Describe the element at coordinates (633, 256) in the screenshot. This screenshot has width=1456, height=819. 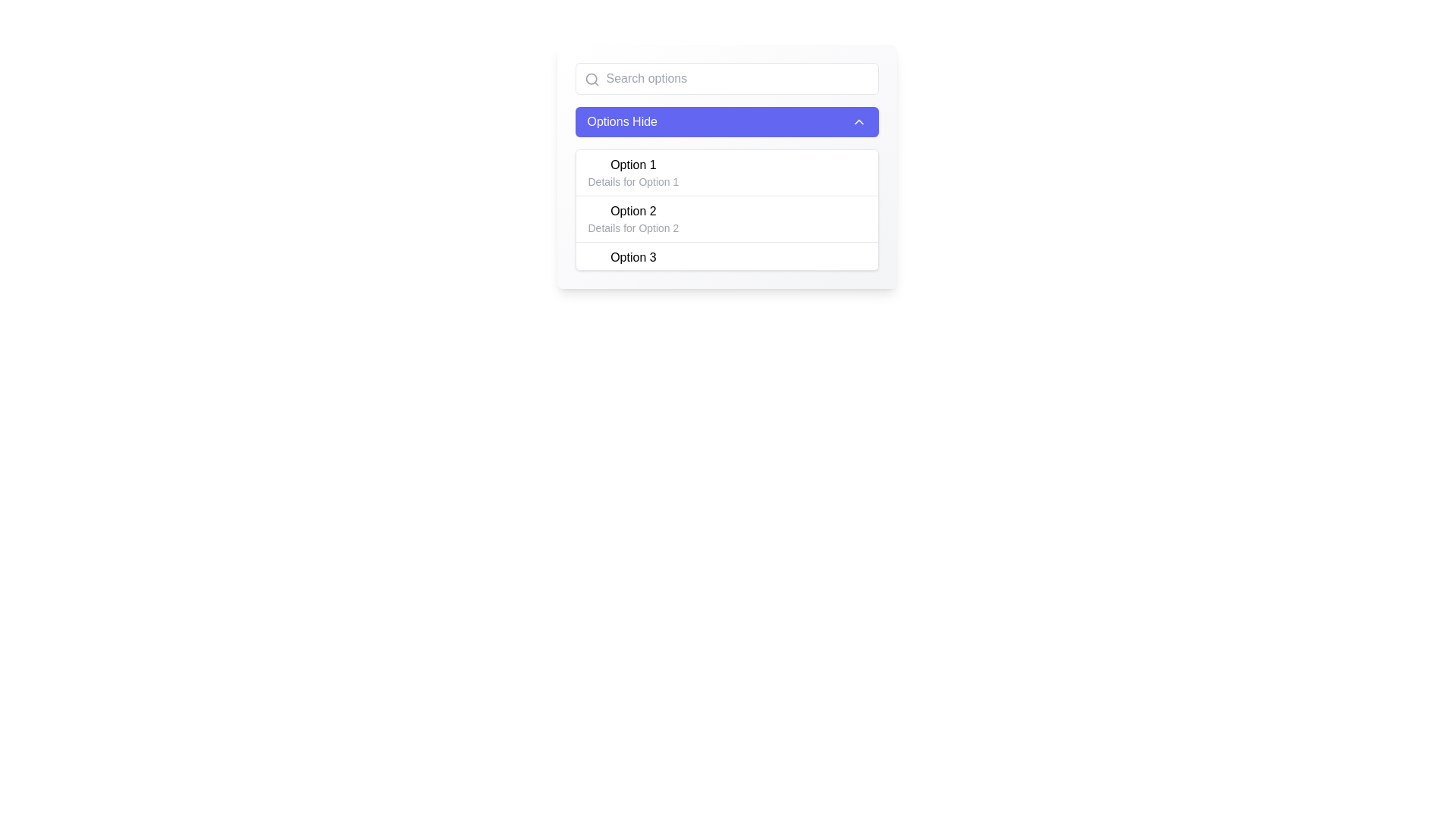
I see `text of the label displaying 'Option 3' which is styled in black within the dropdown menu` at that location.